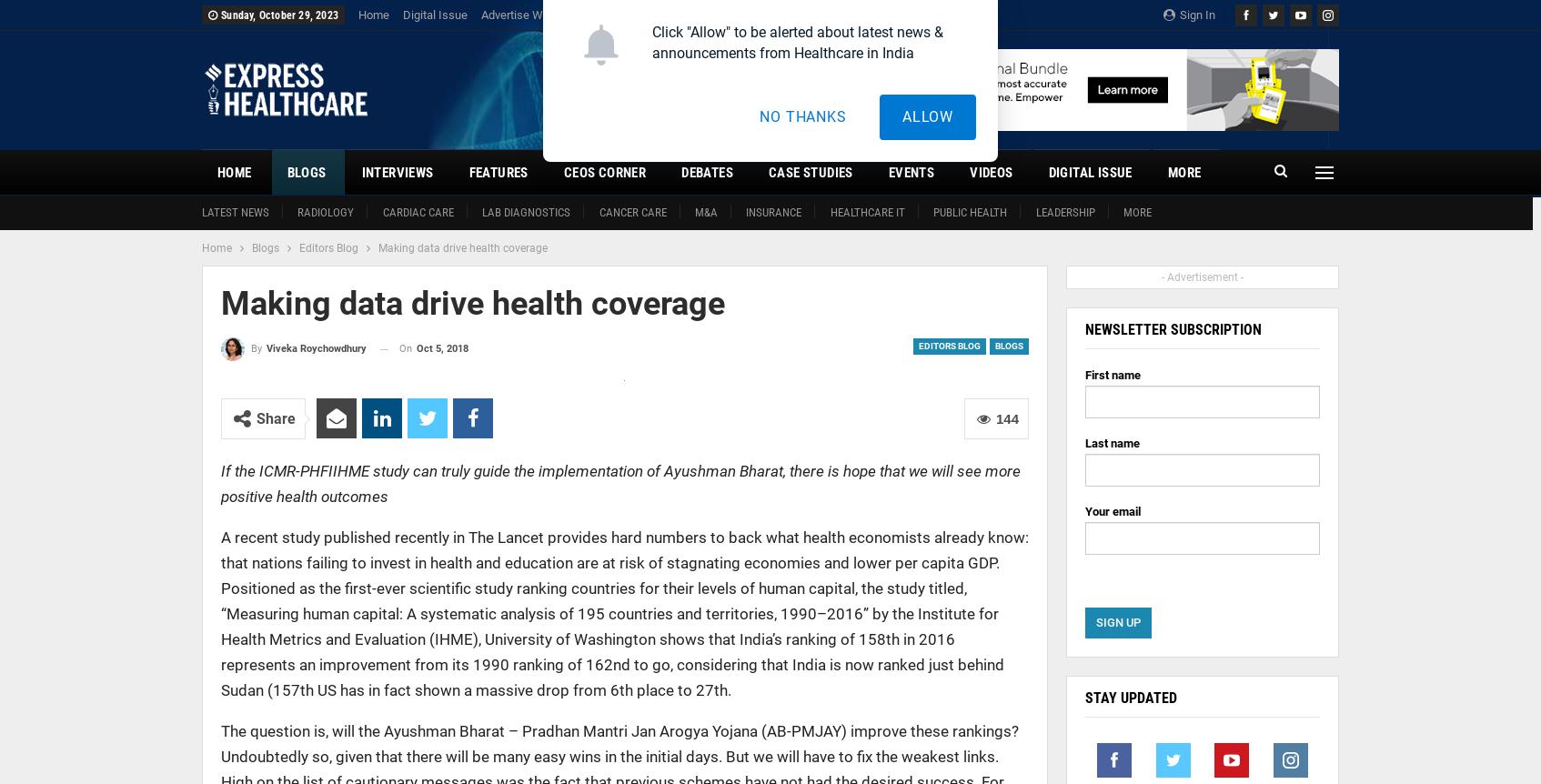 Image resolution: width=1541 pixels, height=784 pixels. I want to click on 'Sign in', so click(1177, 15).